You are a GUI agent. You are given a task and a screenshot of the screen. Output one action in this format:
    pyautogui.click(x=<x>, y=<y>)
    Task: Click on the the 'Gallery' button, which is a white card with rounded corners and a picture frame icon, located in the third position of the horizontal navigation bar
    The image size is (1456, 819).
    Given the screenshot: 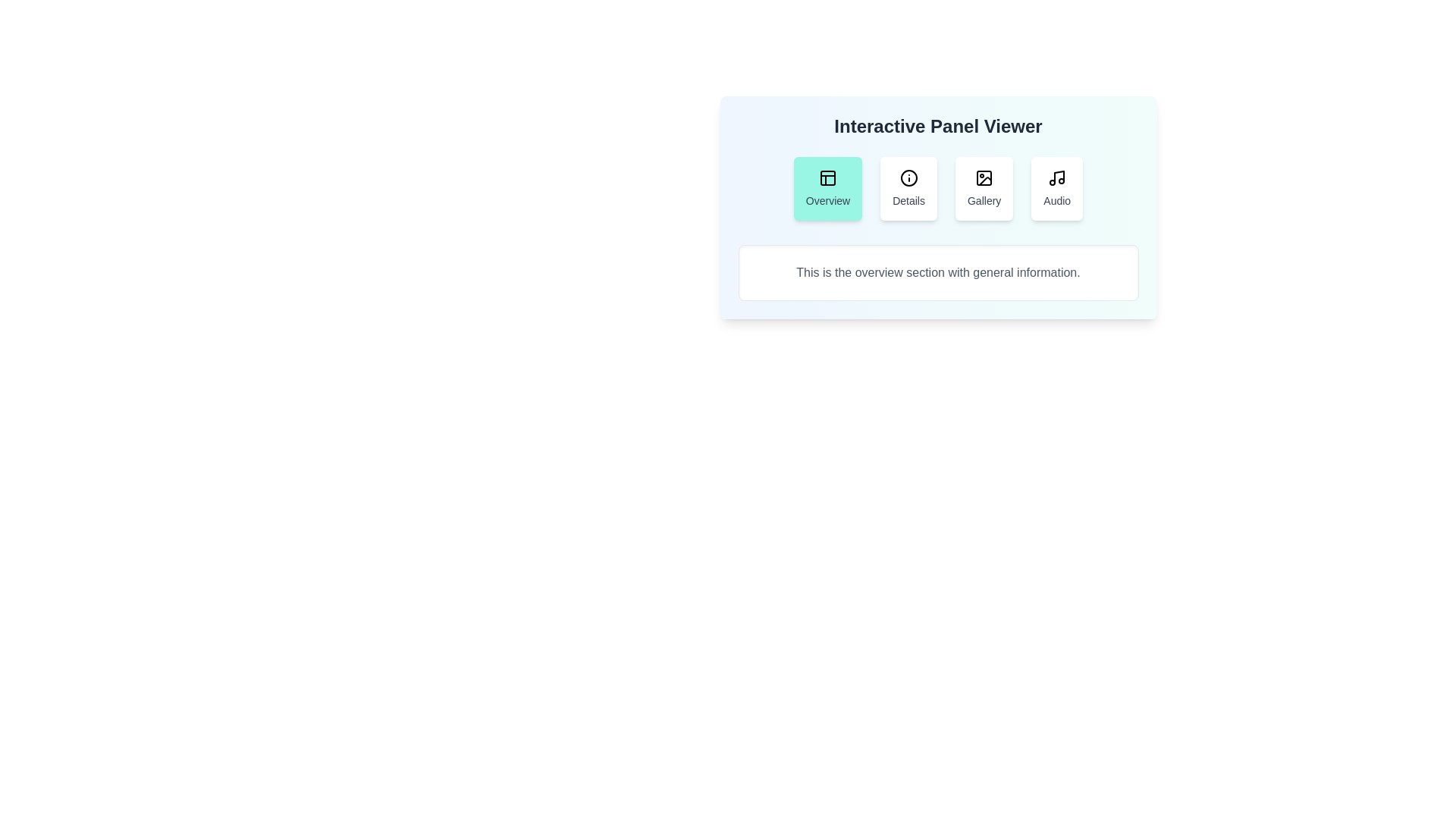 What is the action you would take?
    pyautogui.click(x=984, y=188)
    